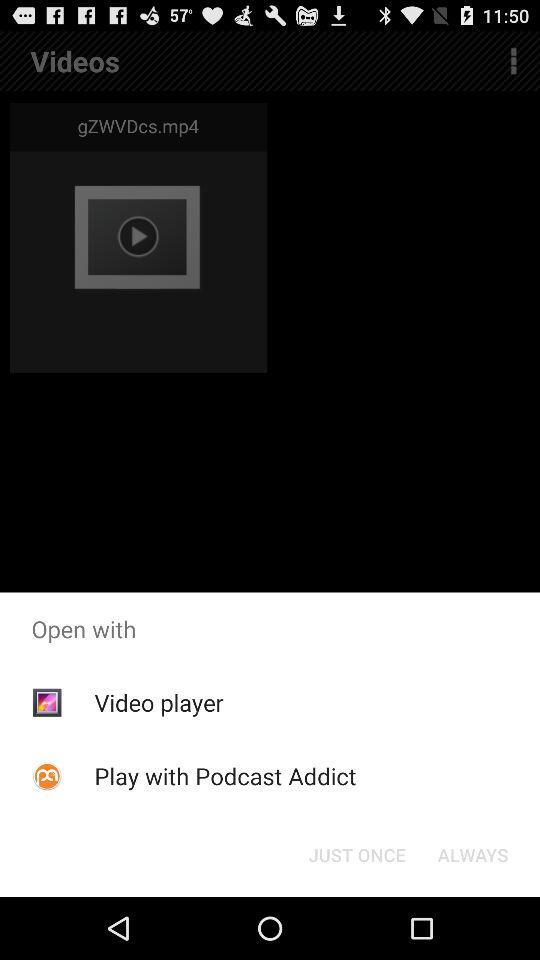  What do you see at coordinates (224, 775) in the screenshot?
I see `button above just once icon` at bounding box center [224, 775].